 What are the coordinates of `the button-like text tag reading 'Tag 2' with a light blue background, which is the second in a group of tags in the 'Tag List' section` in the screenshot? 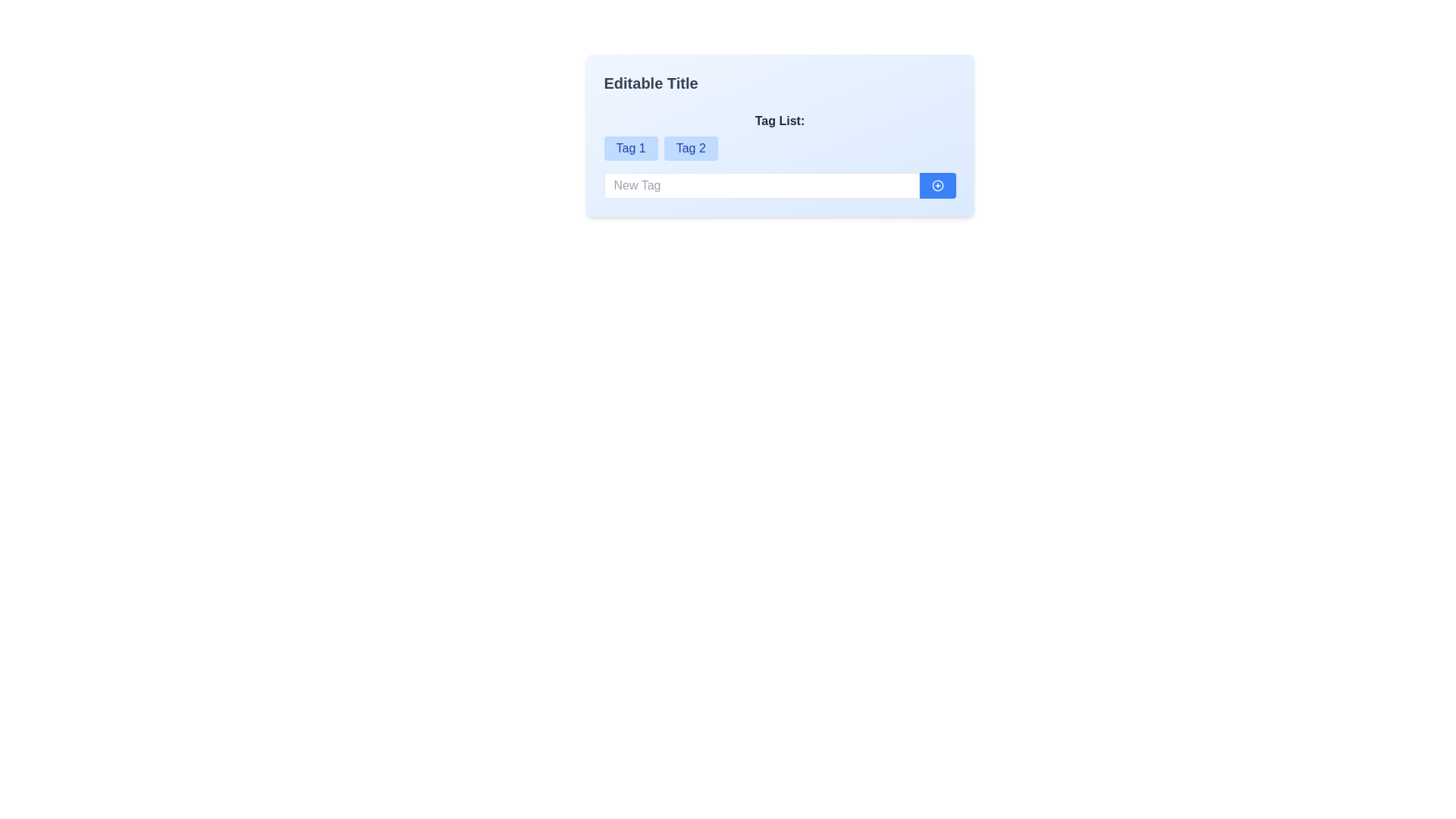 It's located at (690, 149).